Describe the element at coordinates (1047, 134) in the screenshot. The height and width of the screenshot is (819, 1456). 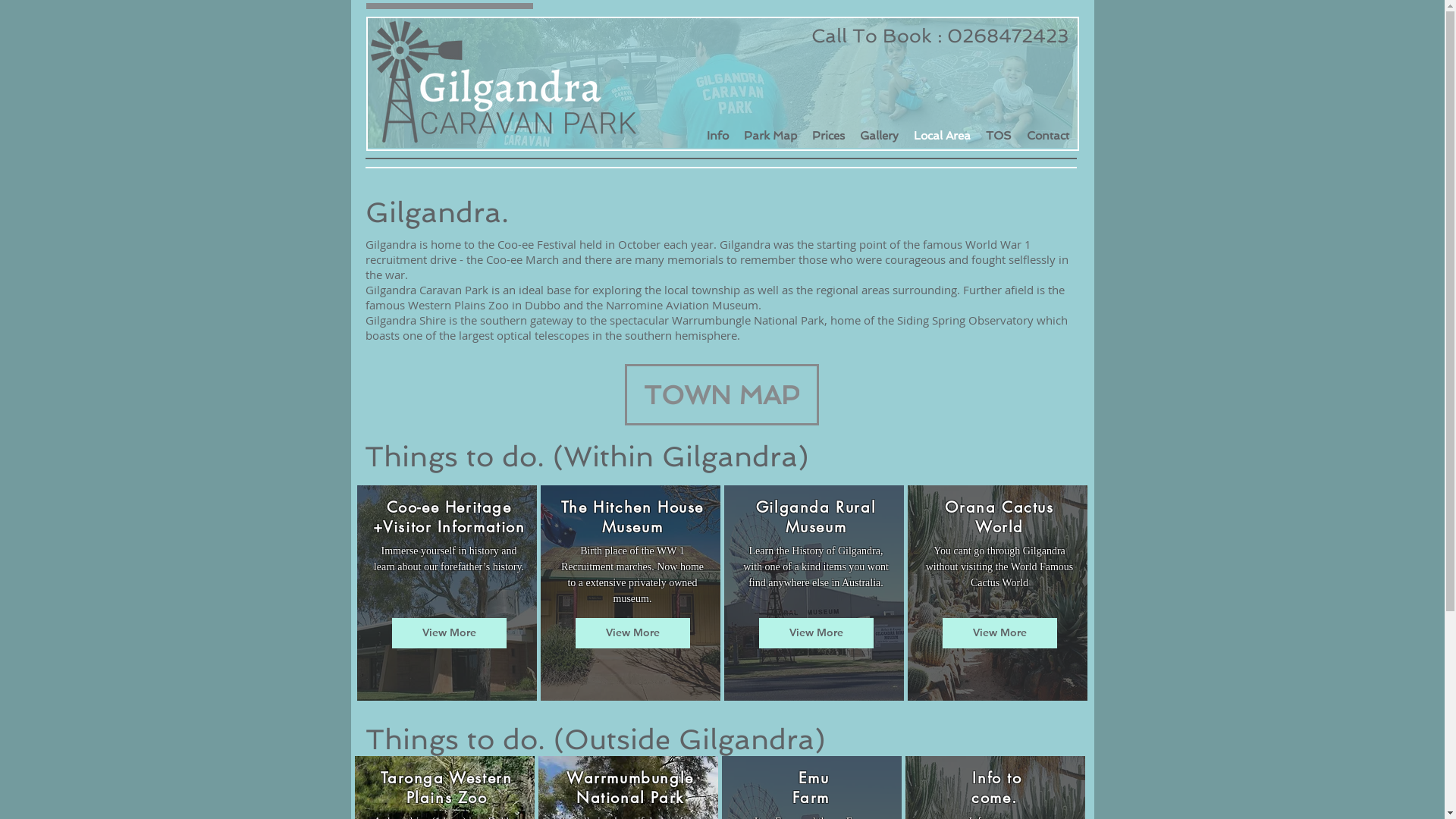
I see `'Contact'` at that location.